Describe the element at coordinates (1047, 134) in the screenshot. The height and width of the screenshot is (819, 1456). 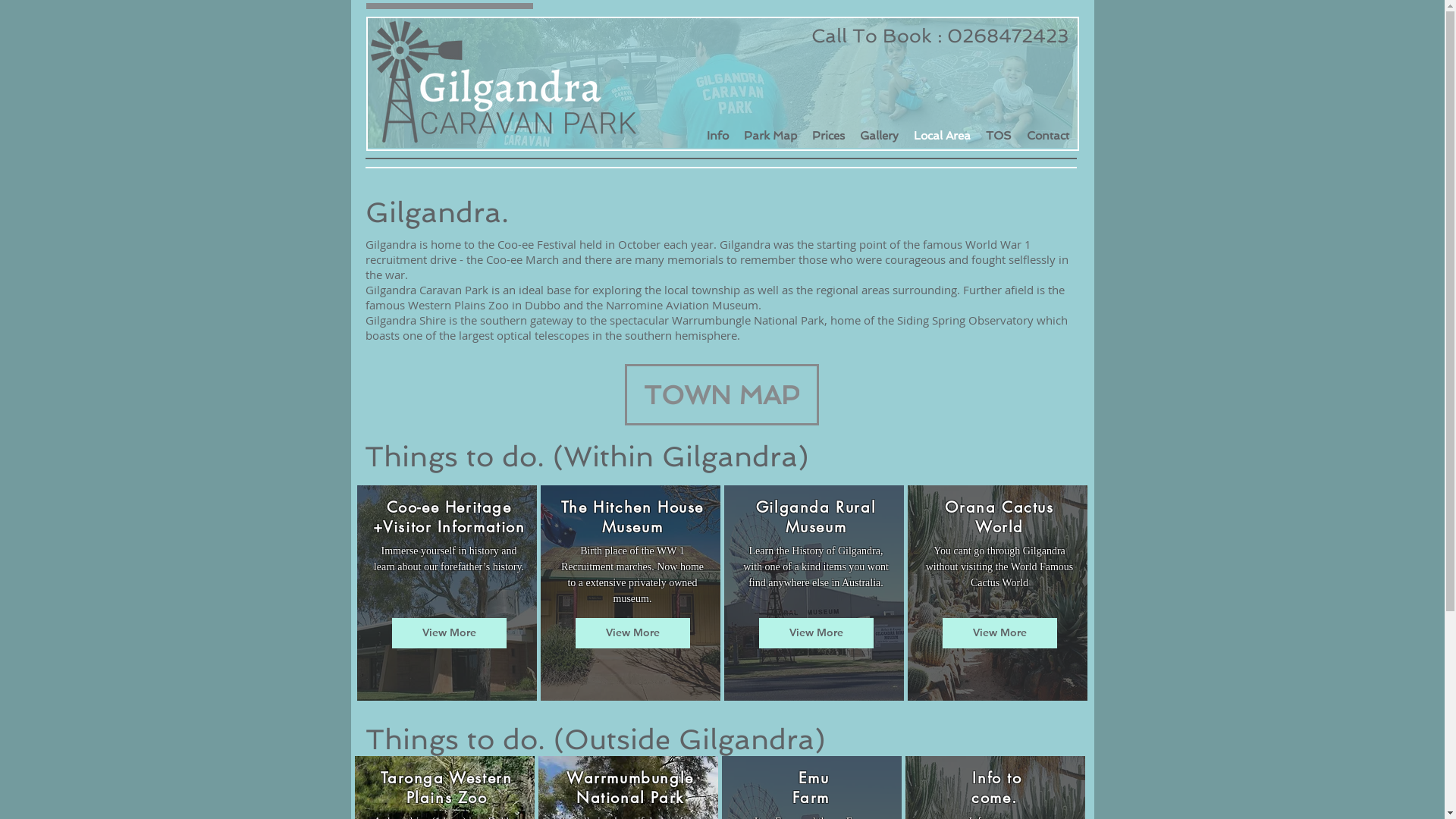
I see `'Contact'` at that location.